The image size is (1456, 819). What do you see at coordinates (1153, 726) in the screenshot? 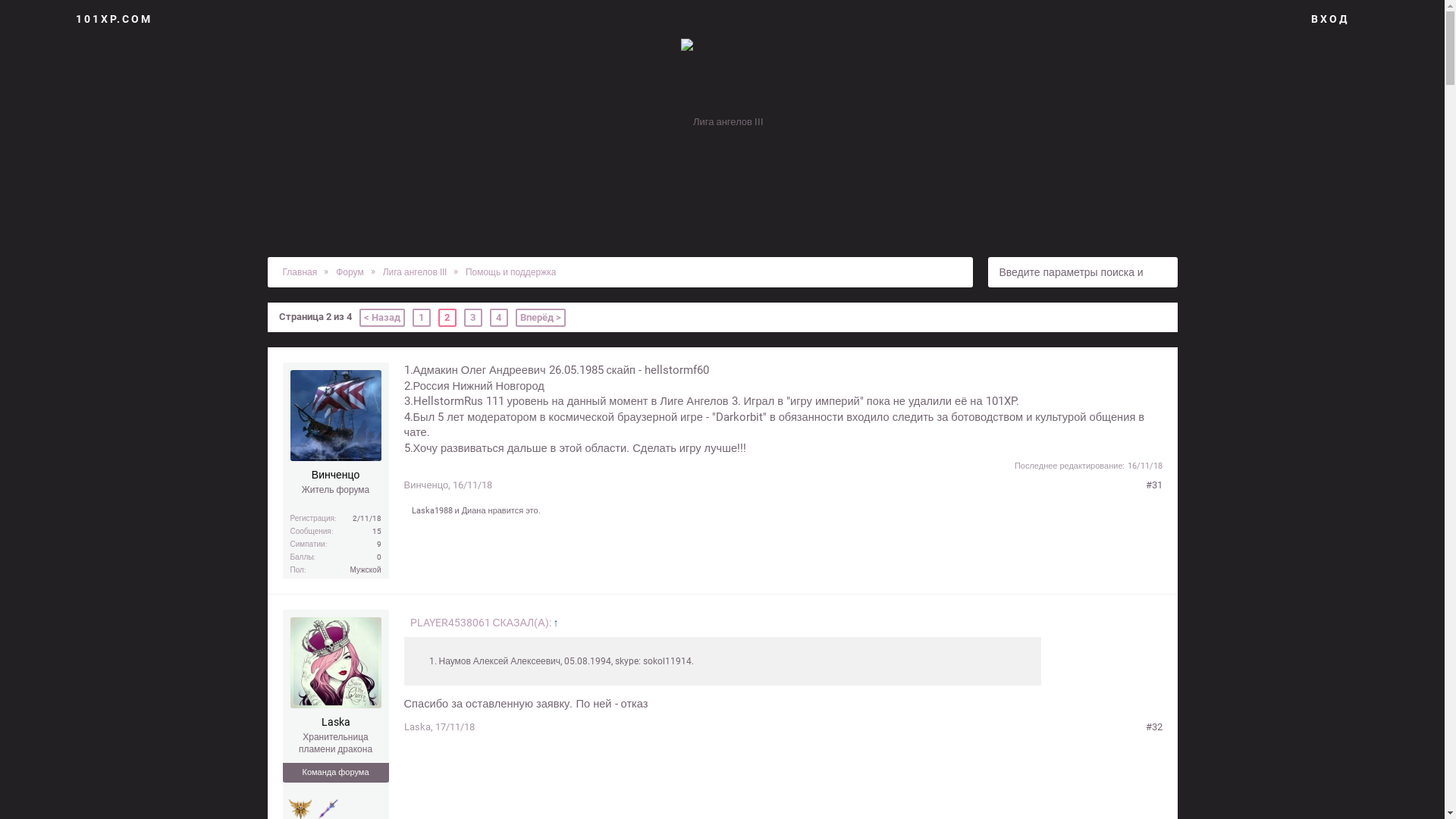
I see `'#32'` at bounding box center [1153, 726].